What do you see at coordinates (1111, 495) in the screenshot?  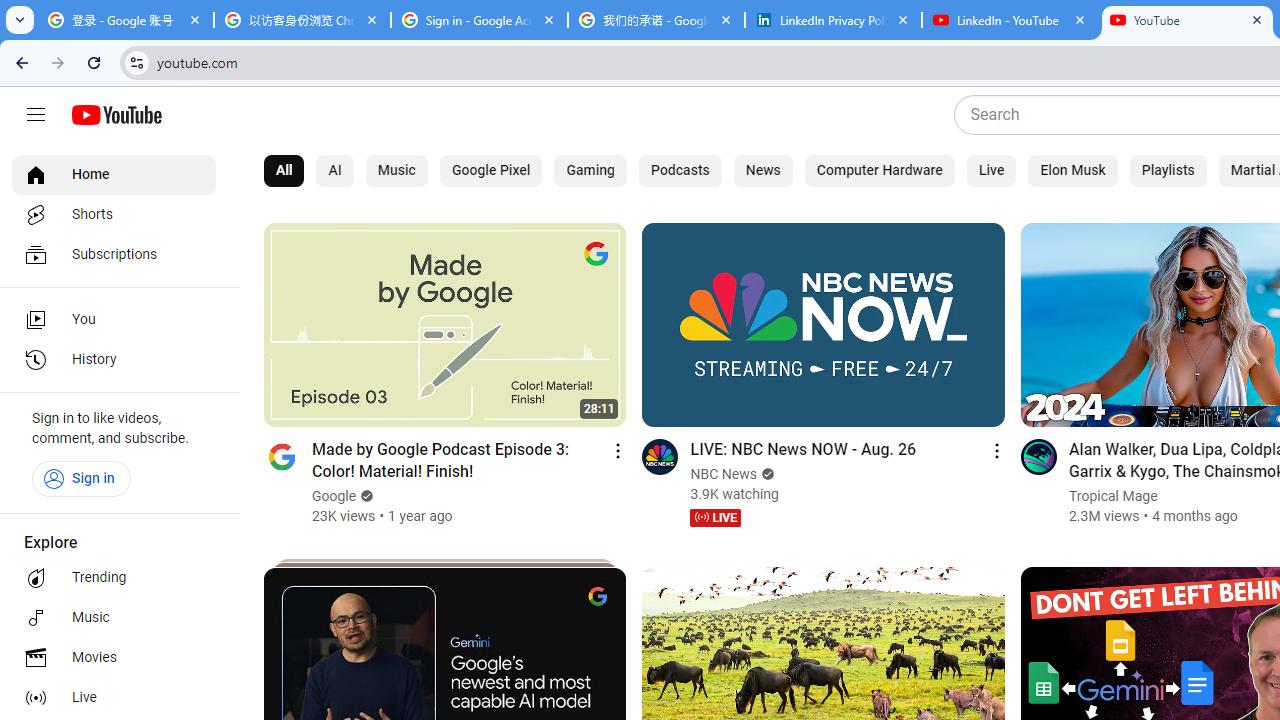 I see `'Tropical Mage'` at bounding box center [1111, 495].